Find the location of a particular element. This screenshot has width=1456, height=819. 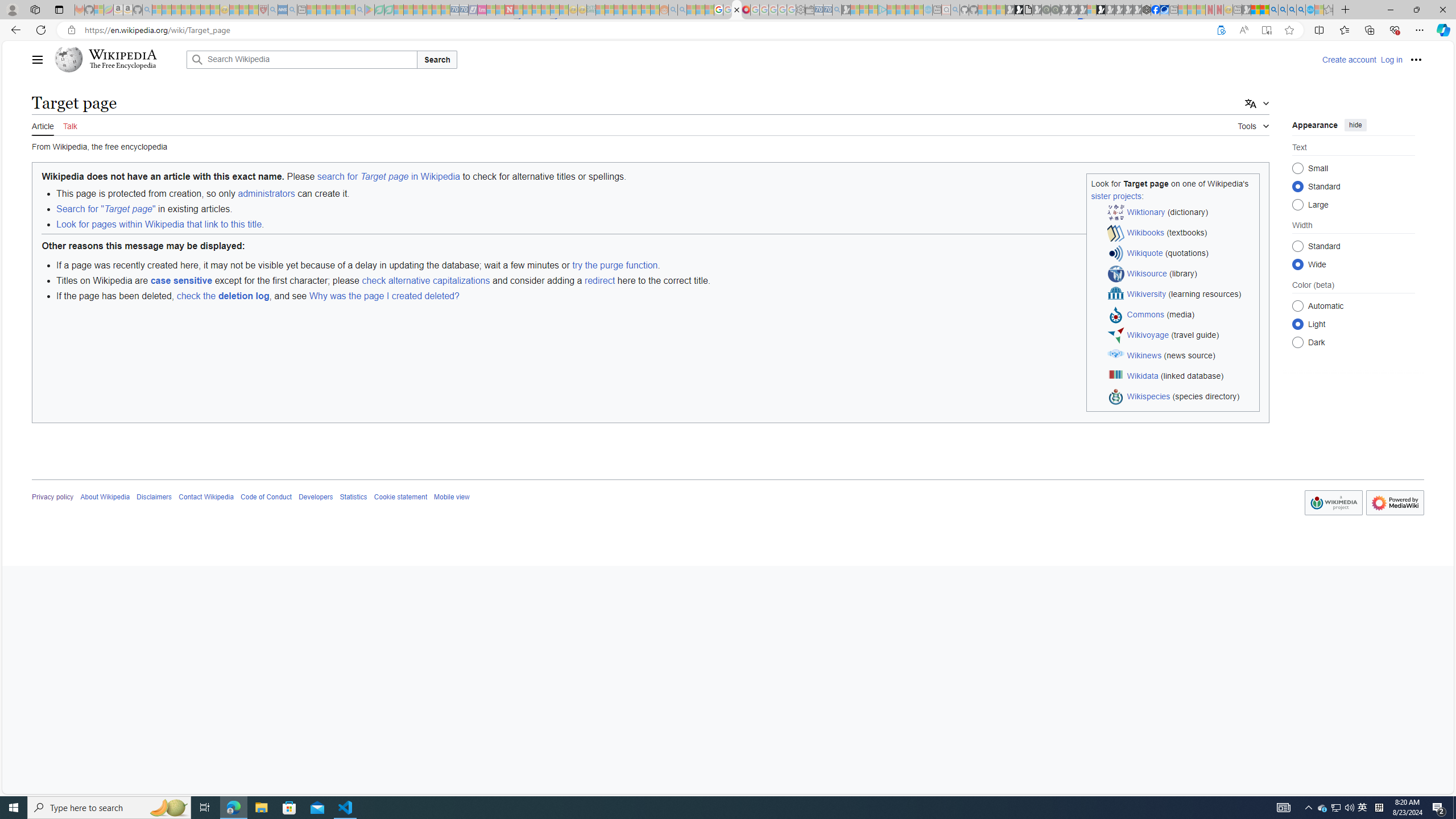

'Wikispecies (species directory)' is located at coordinates (1181, 396).